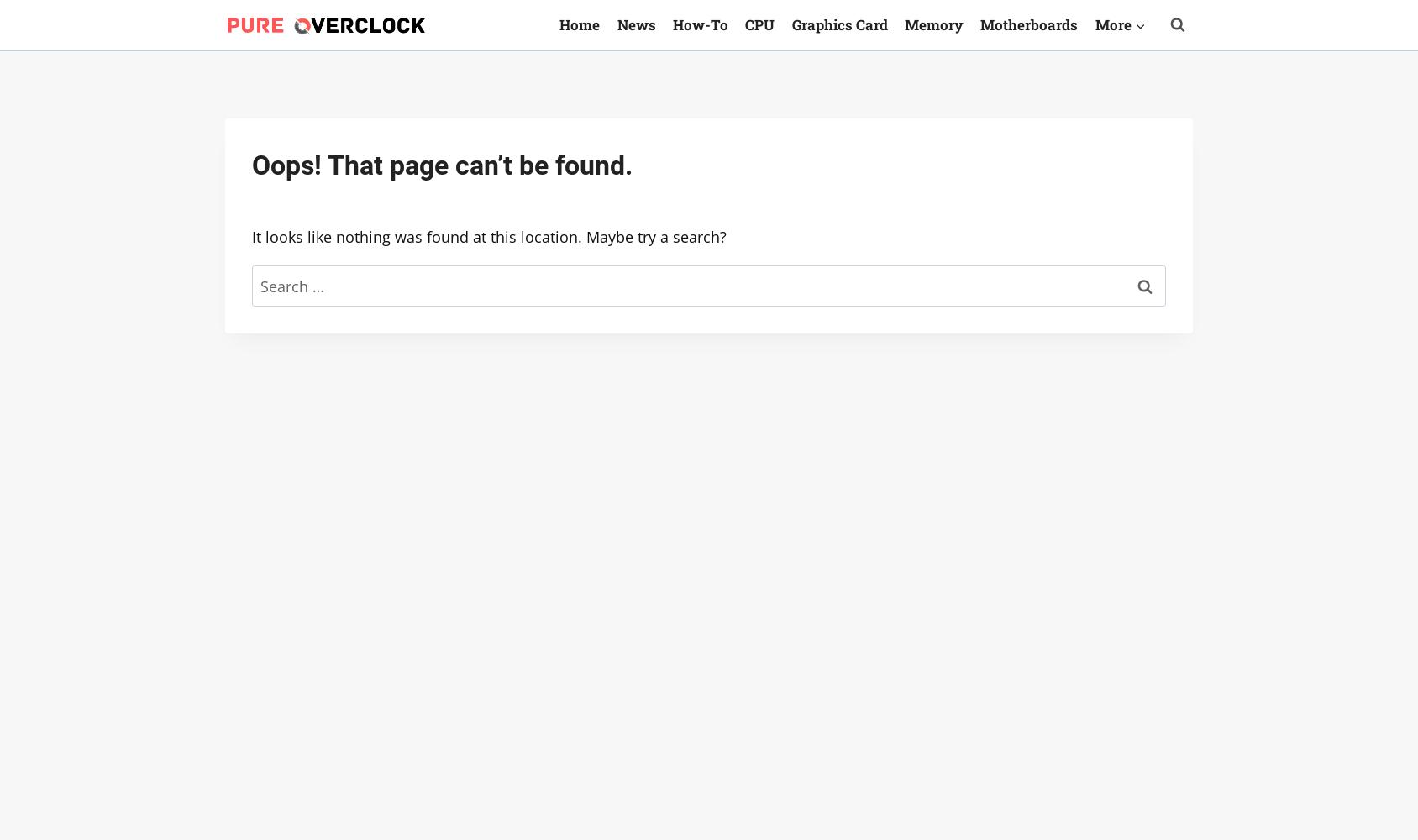  What do you see at coordinates (489, 237) in the screenshot?
I see `'It looks like nothing was found at this location. Maybe try a search?'` at bounding box center [489, 237].